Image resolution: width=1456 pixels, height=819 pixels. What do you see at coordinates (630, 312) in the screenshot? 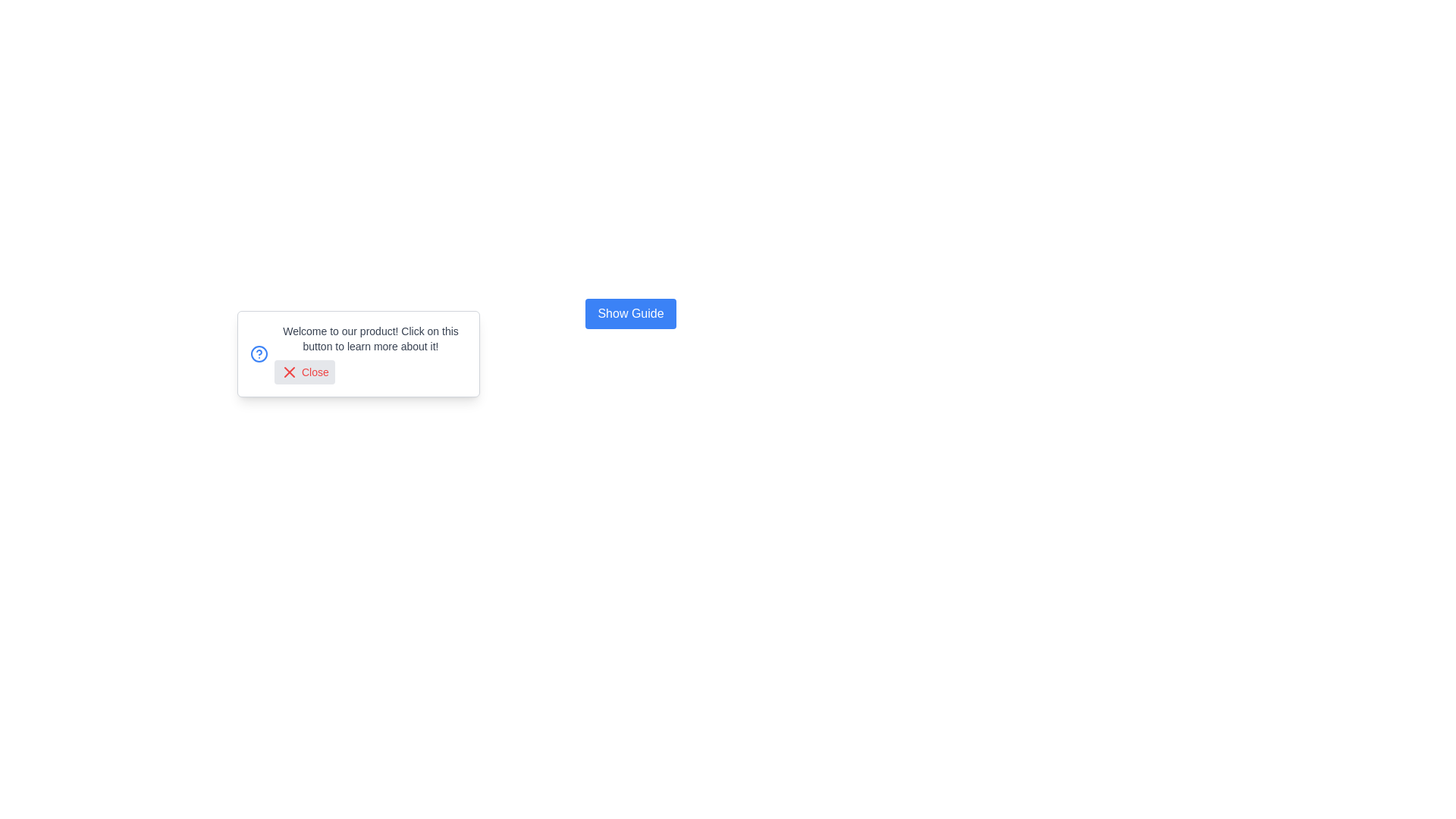
I see `the button located at the center-right portion of the interface` at bounding box center [630, 312].